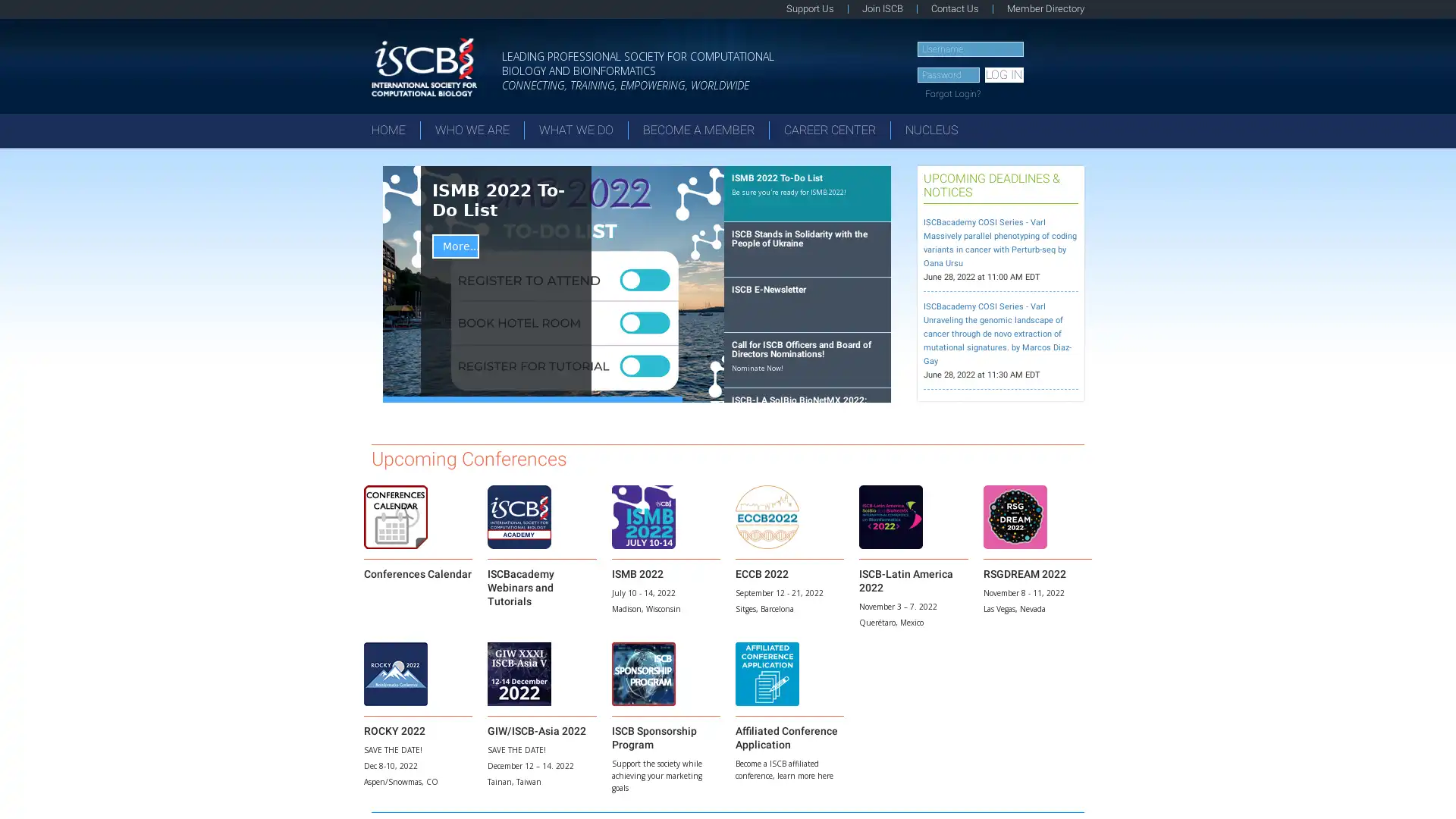 The image size is (1456, 819). What do you see at coordinates (1003, 75) in the screenshot?
I see `LOG IN` at bounding box center [1003, 75].